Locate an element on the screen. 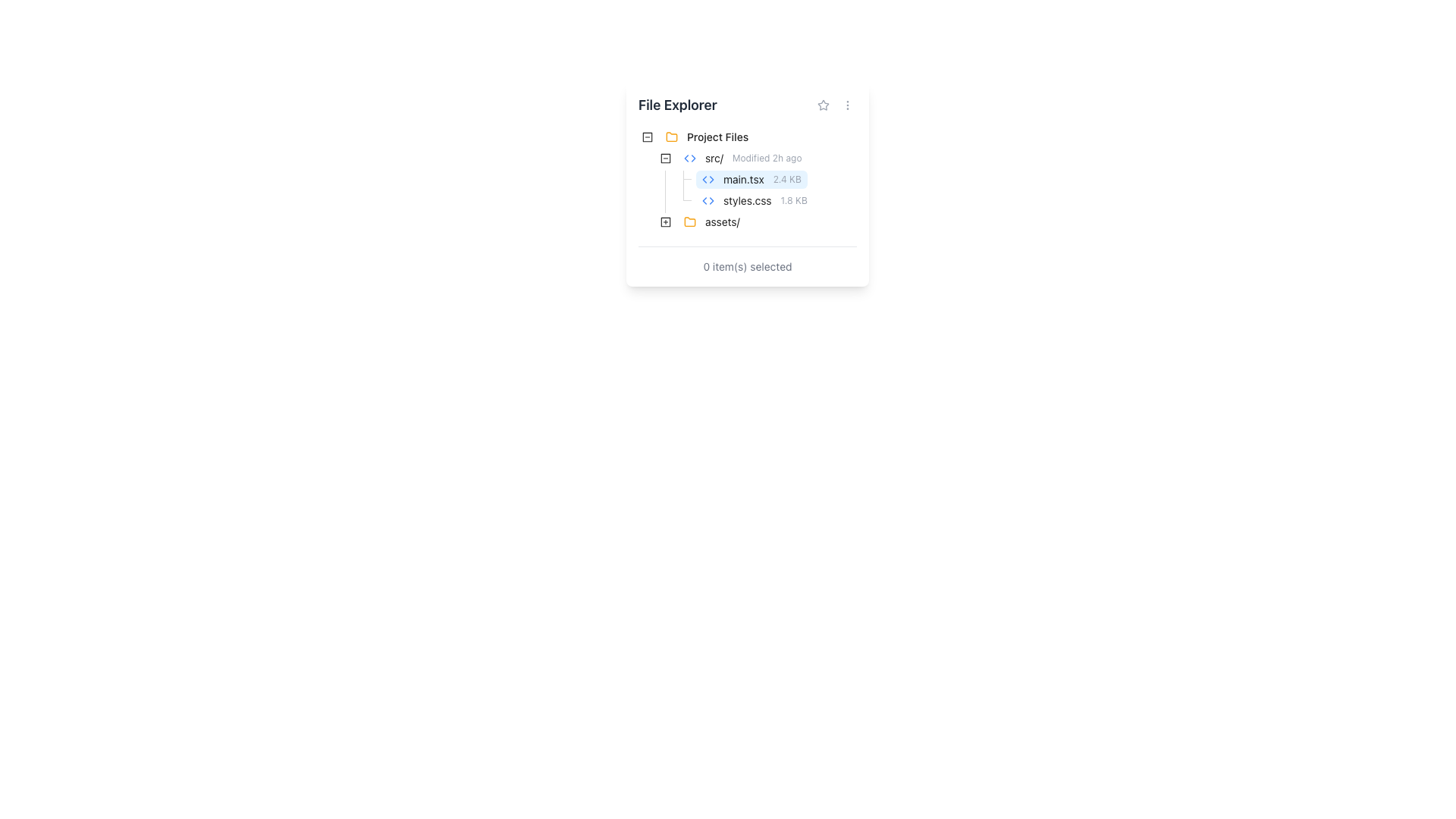 The image size is (1456, 819). the golden folder icon component in the file explorer interface, which is visually styled and positioned near the top-left of the content panel is located at coordinates (671, 136).